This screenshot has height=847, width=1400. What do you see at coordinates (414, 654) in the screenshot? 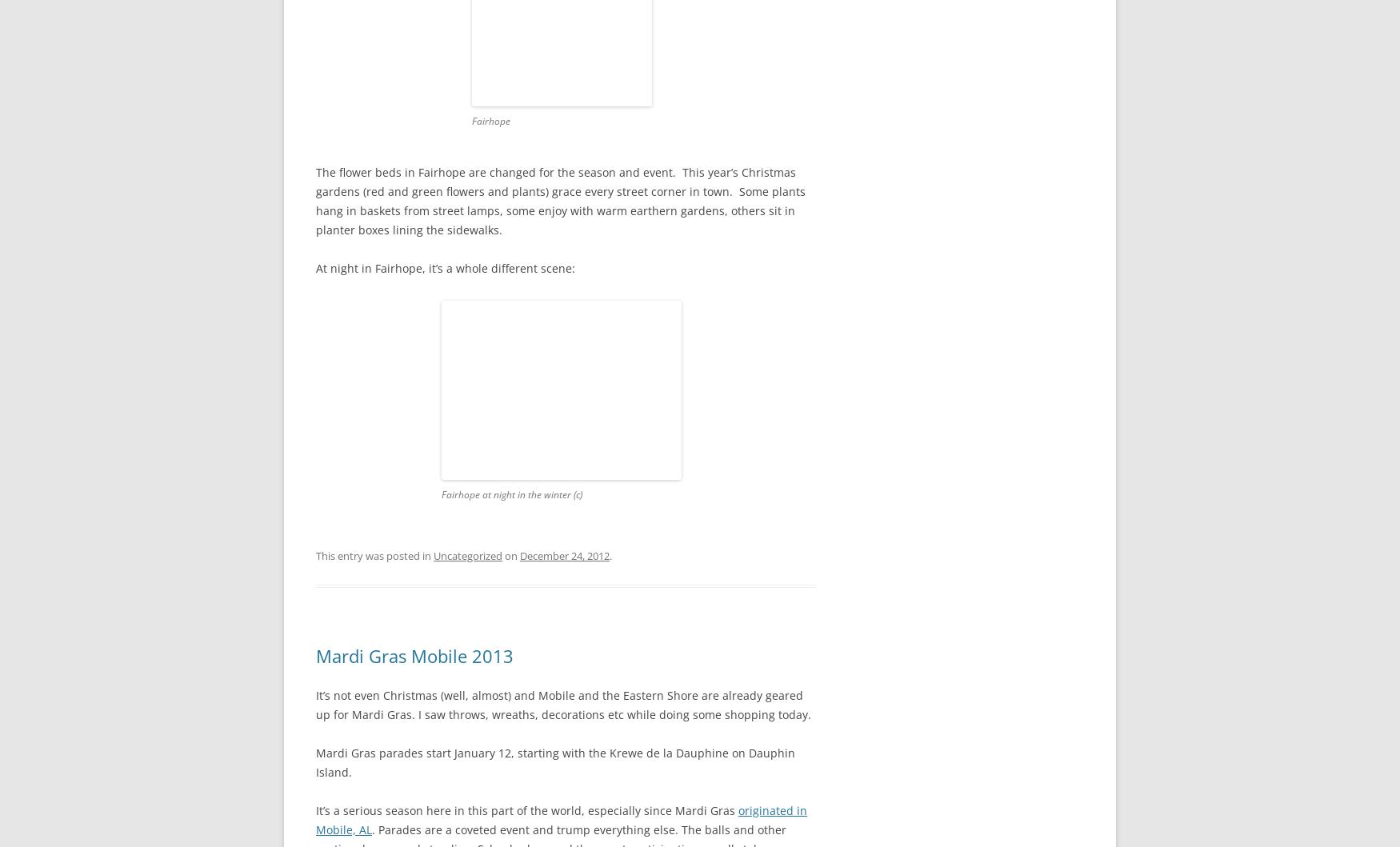
I see `'Mardi Gras Mobile 2013'` at bounding box center [414, 654].